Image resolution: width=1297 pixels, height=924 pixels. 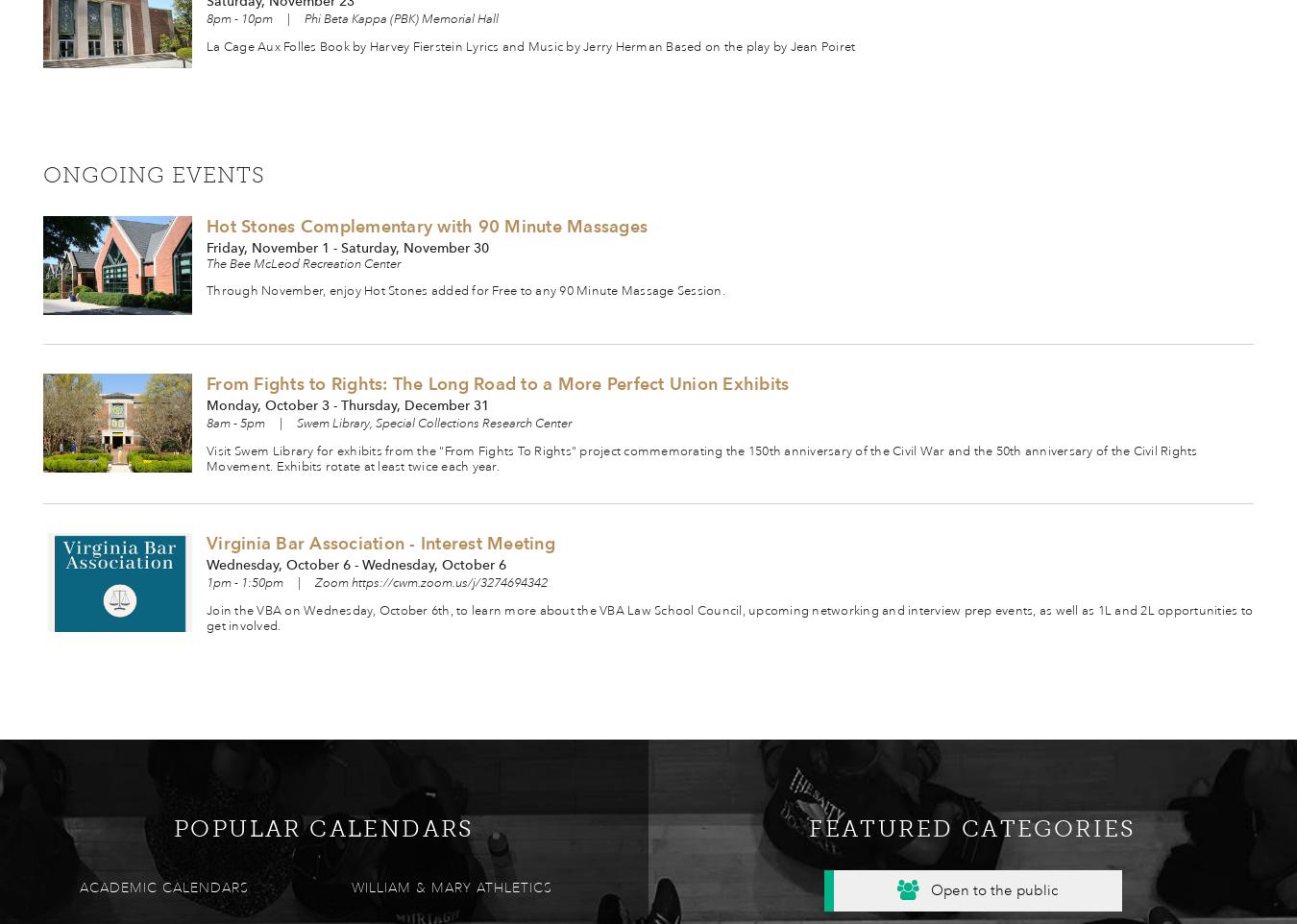 What do you see at coordinates (994, 889) in the screenshot?
I see `'Open to the public'` at bounding box center [994, 889].